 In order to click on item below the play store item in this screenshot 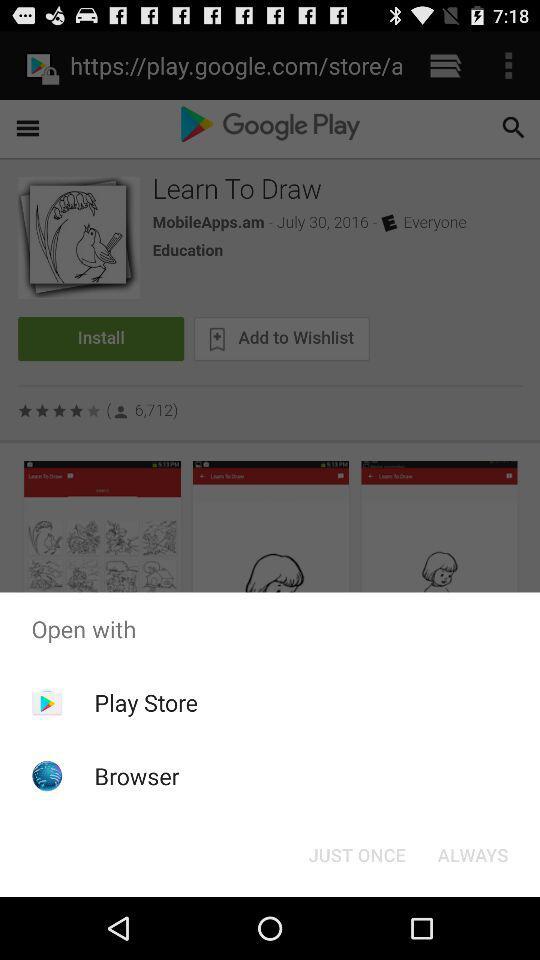, I will do `click(136, 775)`.